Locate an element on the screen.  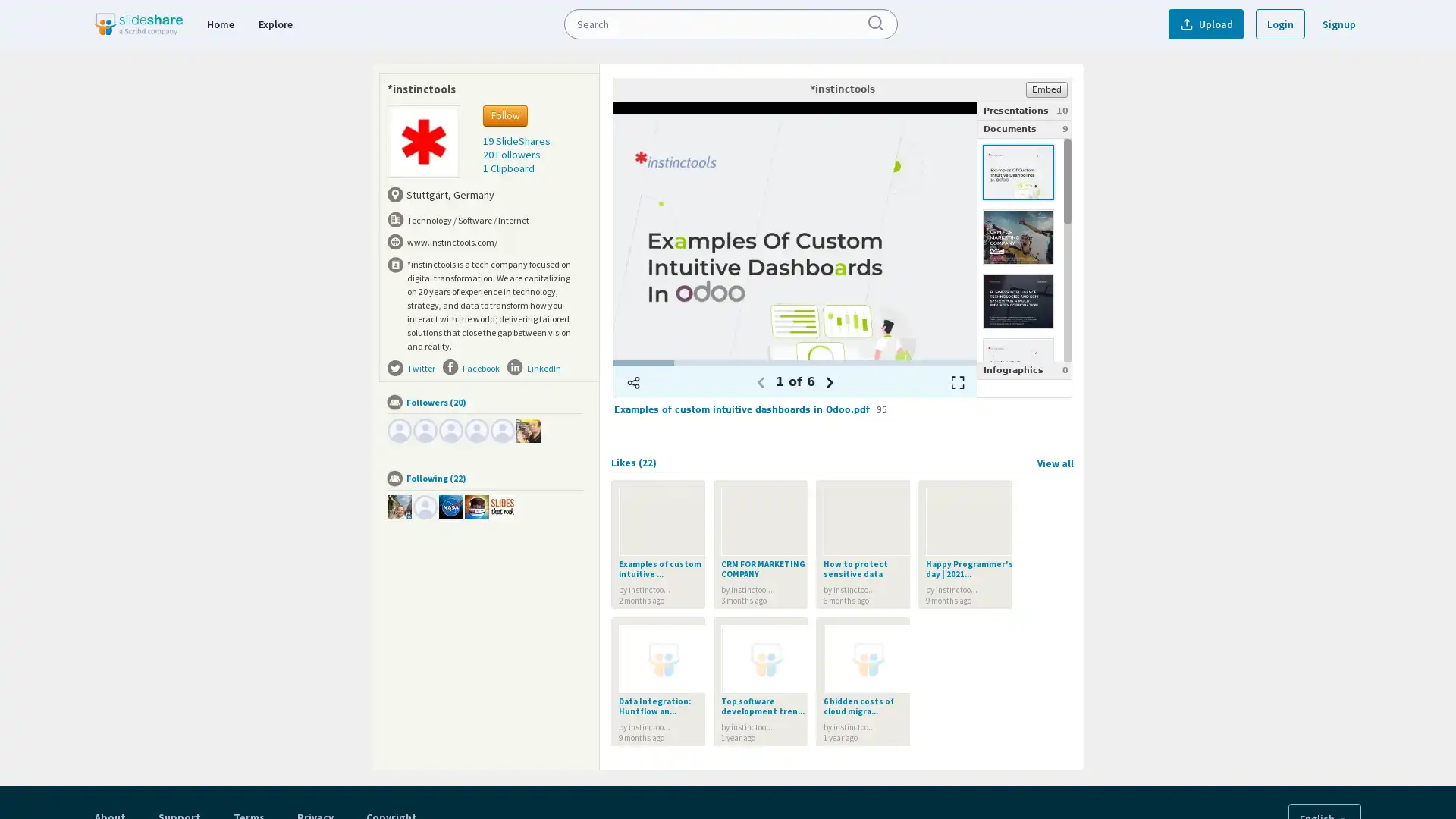
Submit Search is located at coordinates (874, 23).